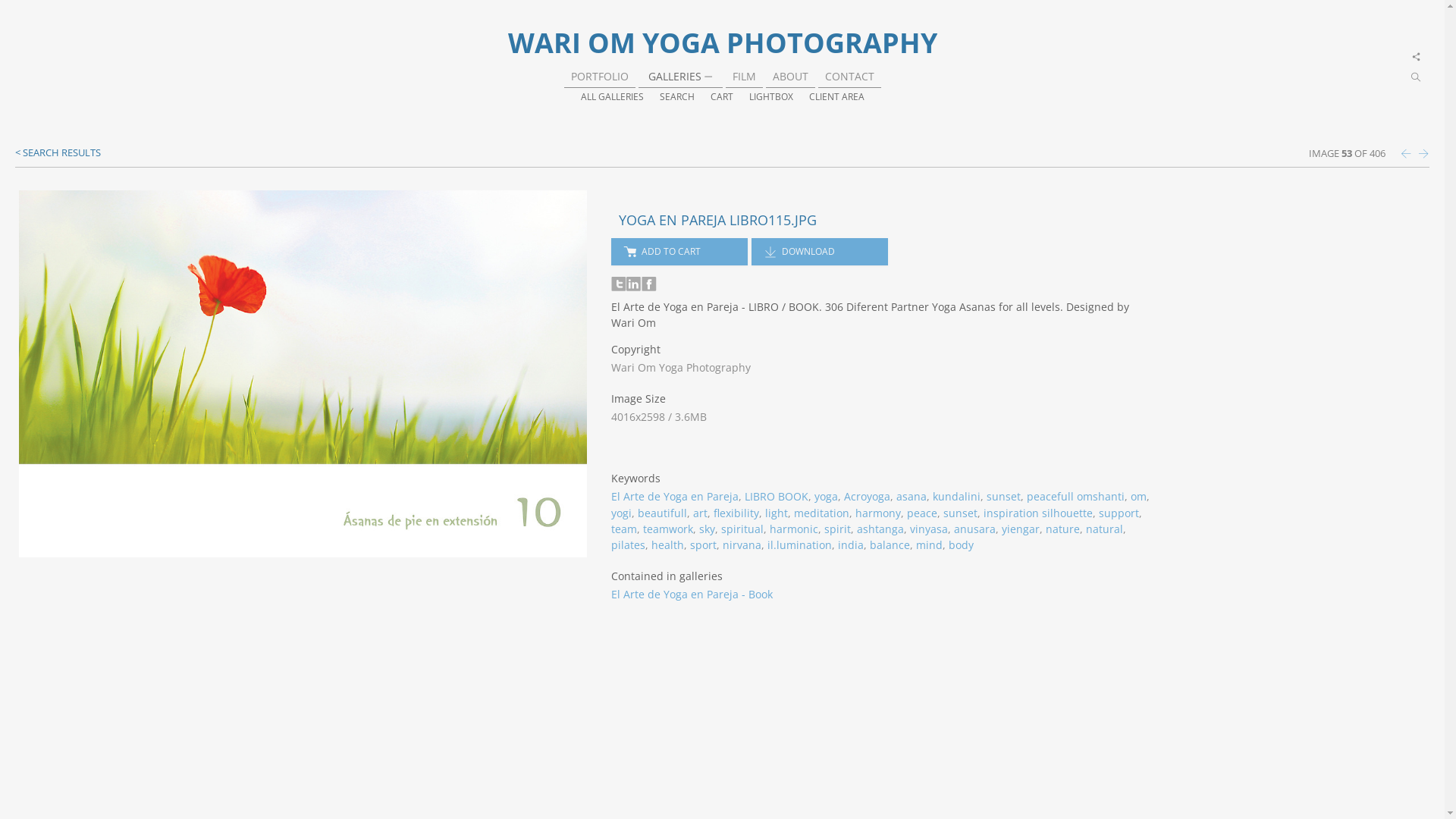  Describe the element at coordinates (691, 593) in the screenshot. I see `'El Arte de Yoga en Pareja - Book'` at that location.